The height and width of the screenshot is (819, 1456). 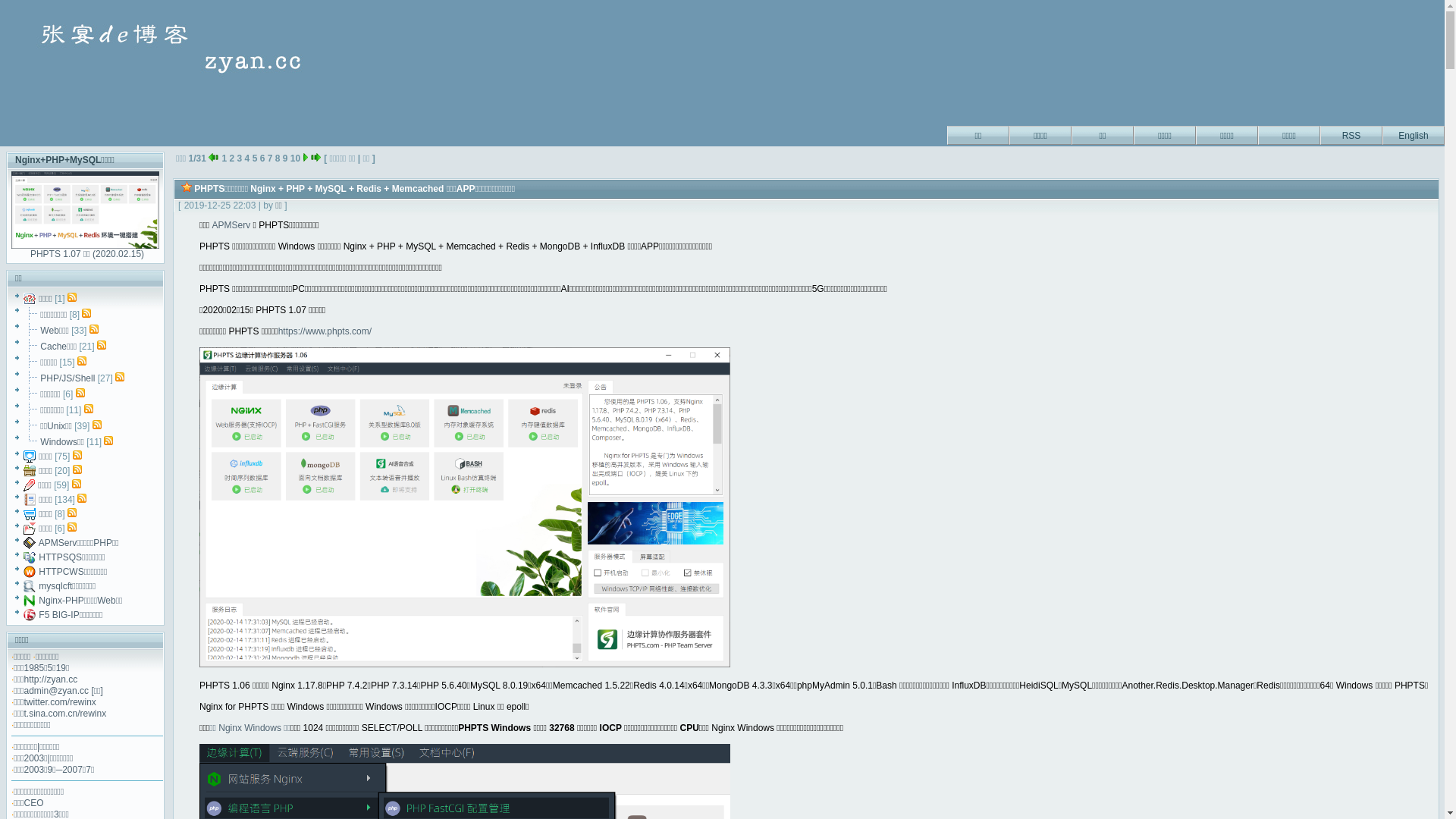 I want to click on 'APMServ', so click(x=230, y=225).